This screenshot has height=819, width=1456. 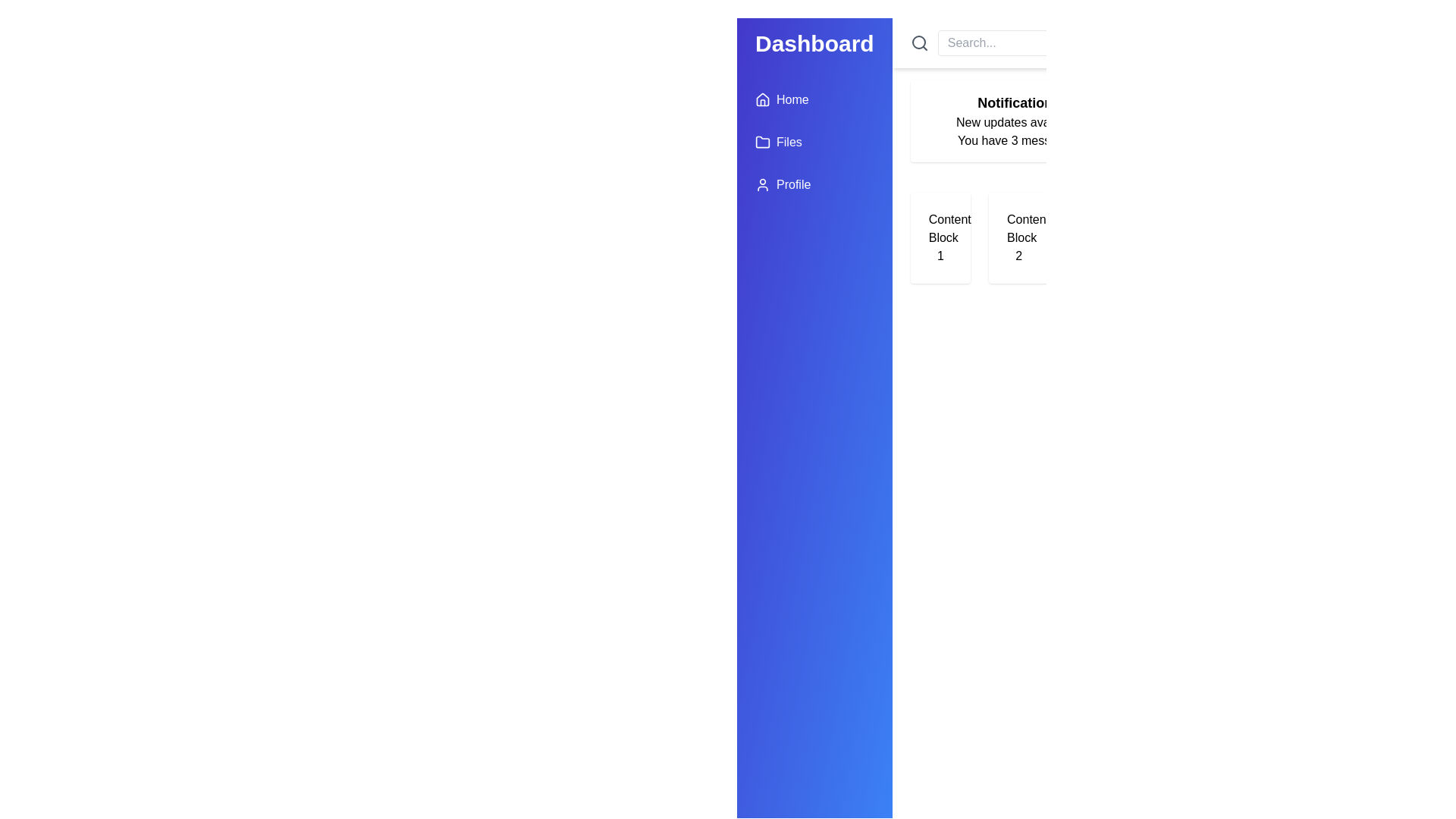 I want to click on the 'Files' button in the left vertical navigation panel, so click(x=778, y=143).